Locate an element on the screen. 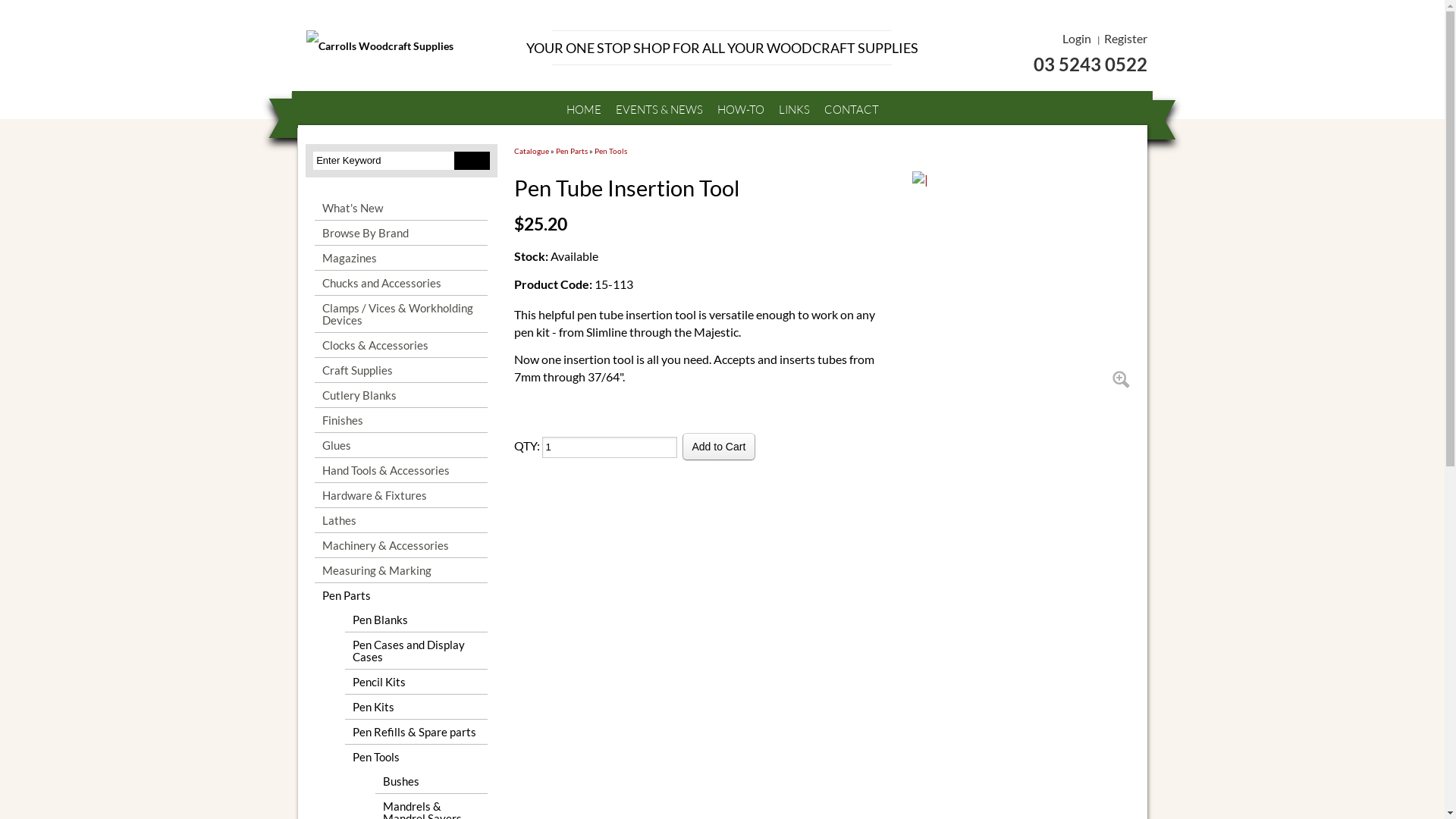 Image resolution: width=1456 pixels, height=819 pixels. 'Pen Blanks' is located at coordinates (416, 620).